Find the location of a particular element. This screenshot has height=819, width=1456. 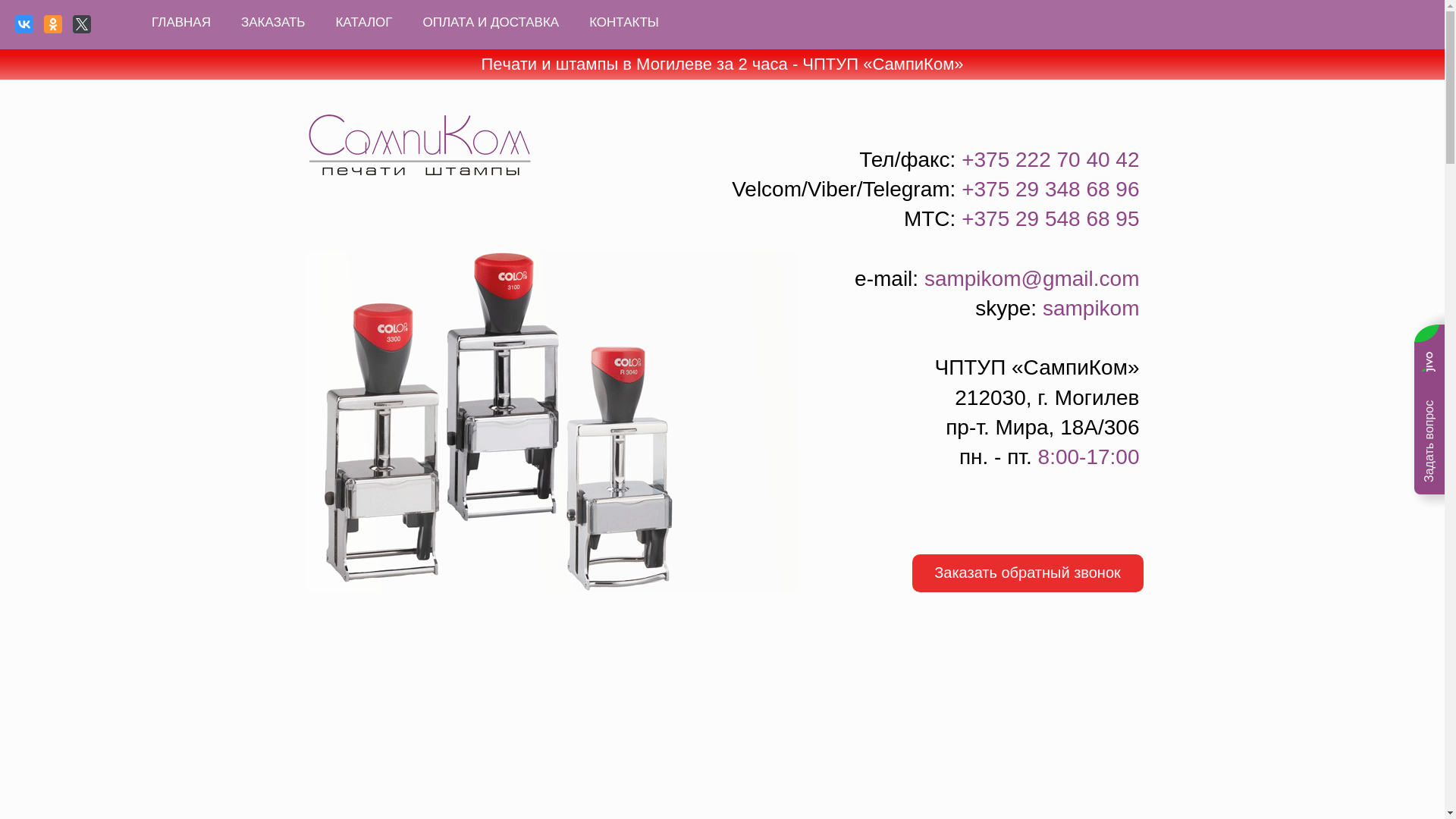

'sampikom' is located at coordinates (1041, 307).